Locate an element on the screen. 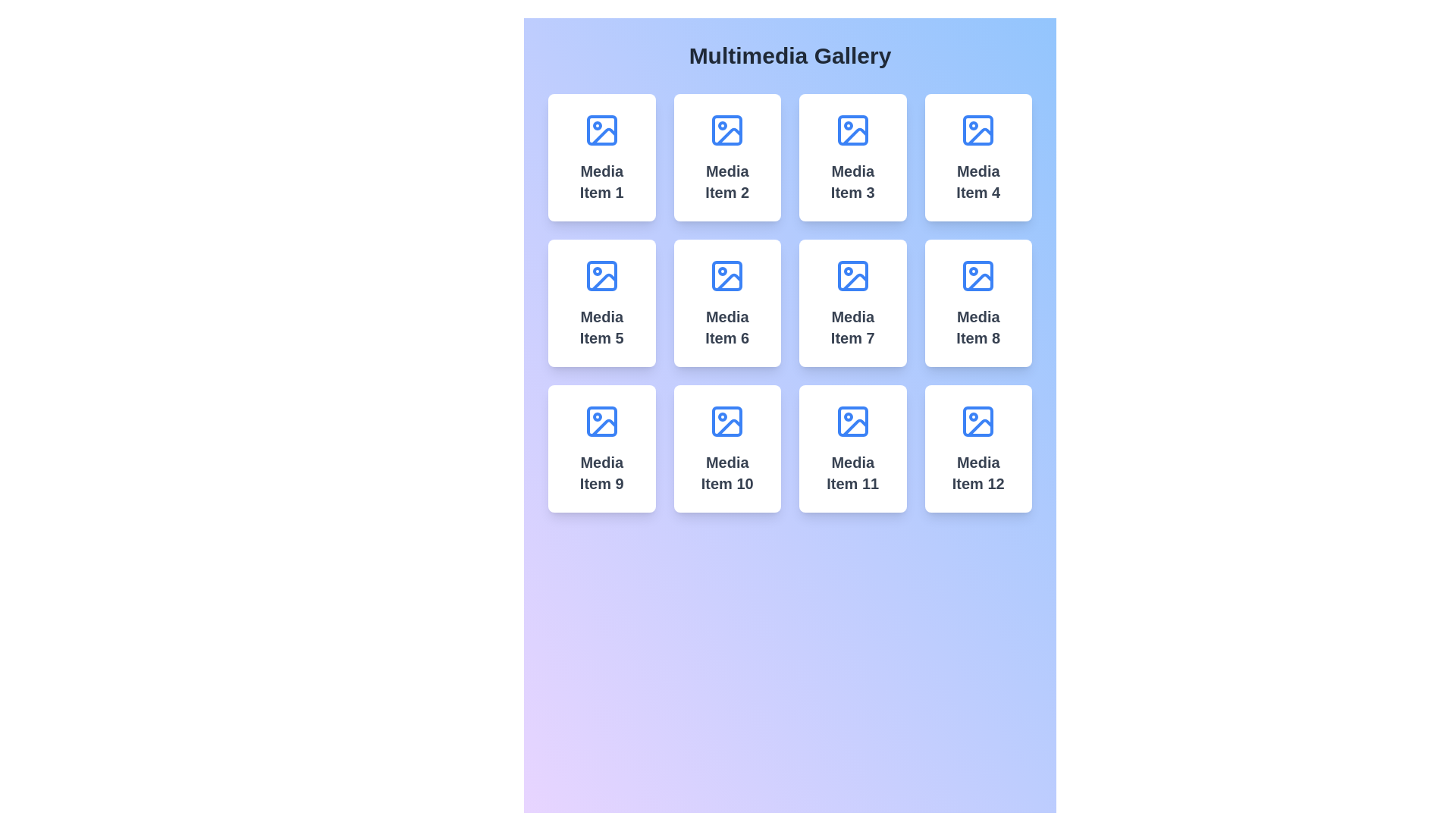  the decorative icon representing 'Media Item 8' located in the grid layout, specifically in the second row and fourth column, which enhances the visual appeal of the media item is located at coordinates (978, 275).